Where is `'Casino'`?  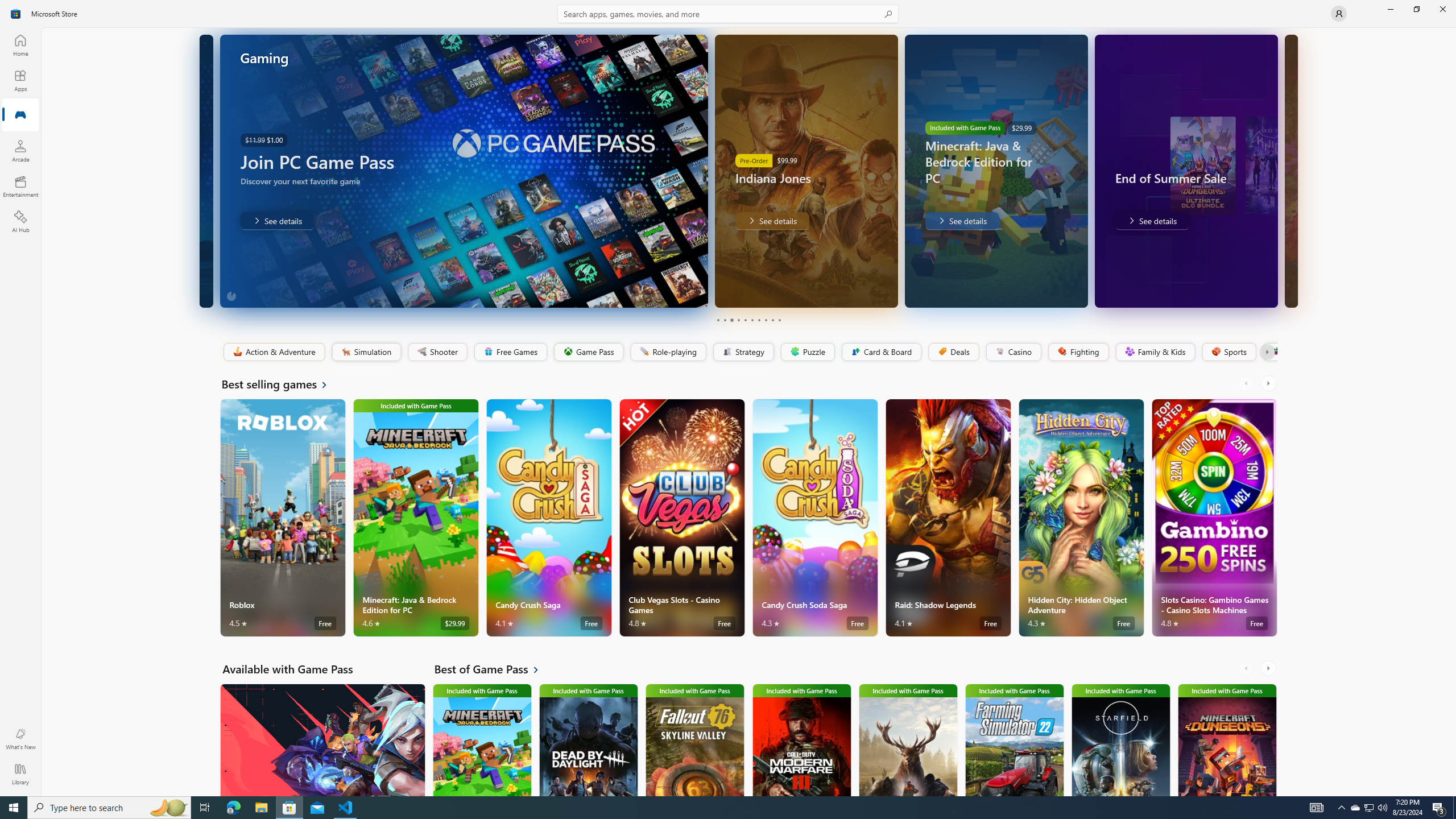
'Casino' is located at coordinates (1013, 351).